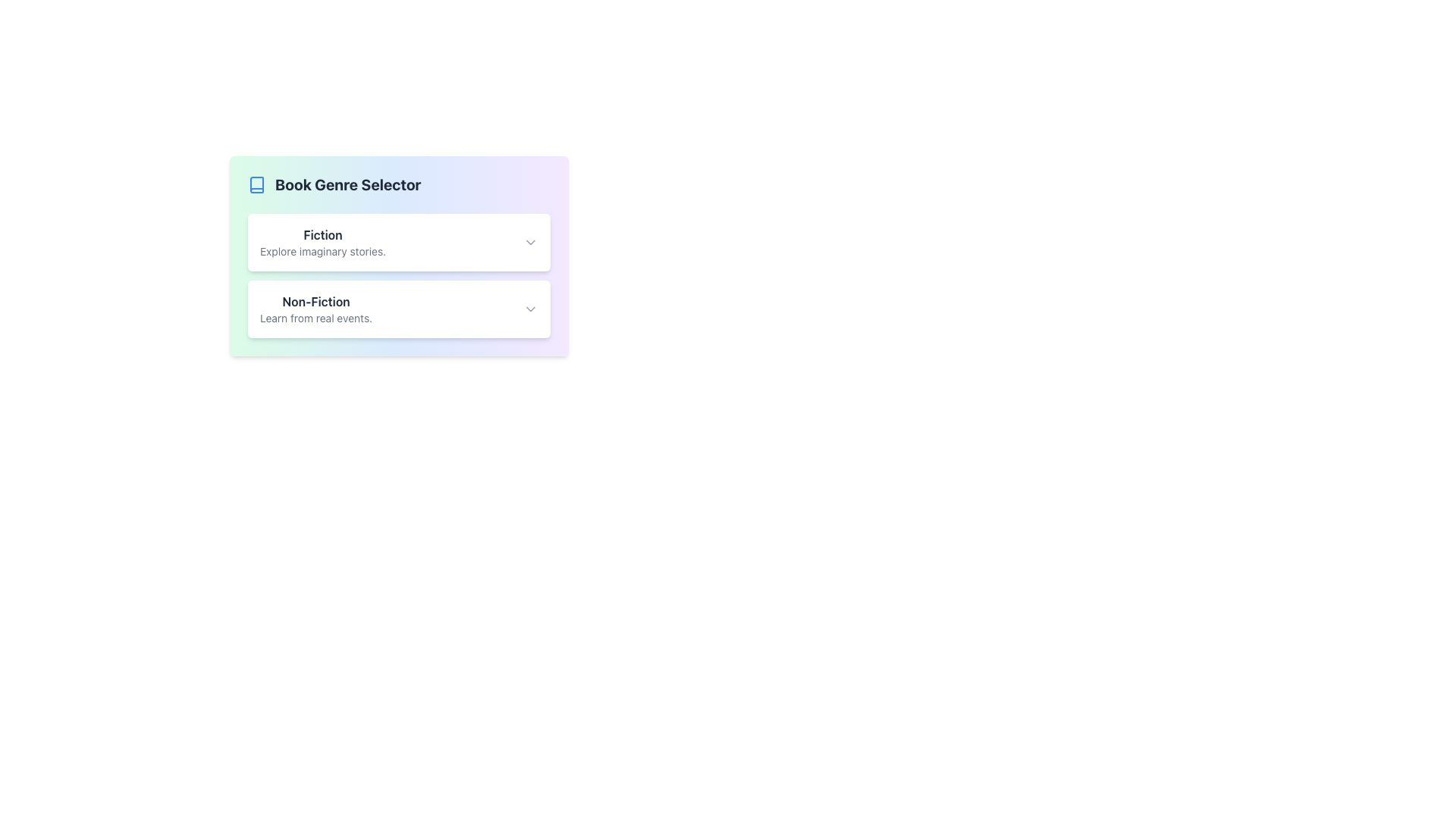 Image resolution: width=1456 pixels, height=819 pixels. I want to click on the 'Fiction' category title text label in the Book Genre Selector interface, which is positioned at the top section and identifies the Fiction genre, so click(322, 234).